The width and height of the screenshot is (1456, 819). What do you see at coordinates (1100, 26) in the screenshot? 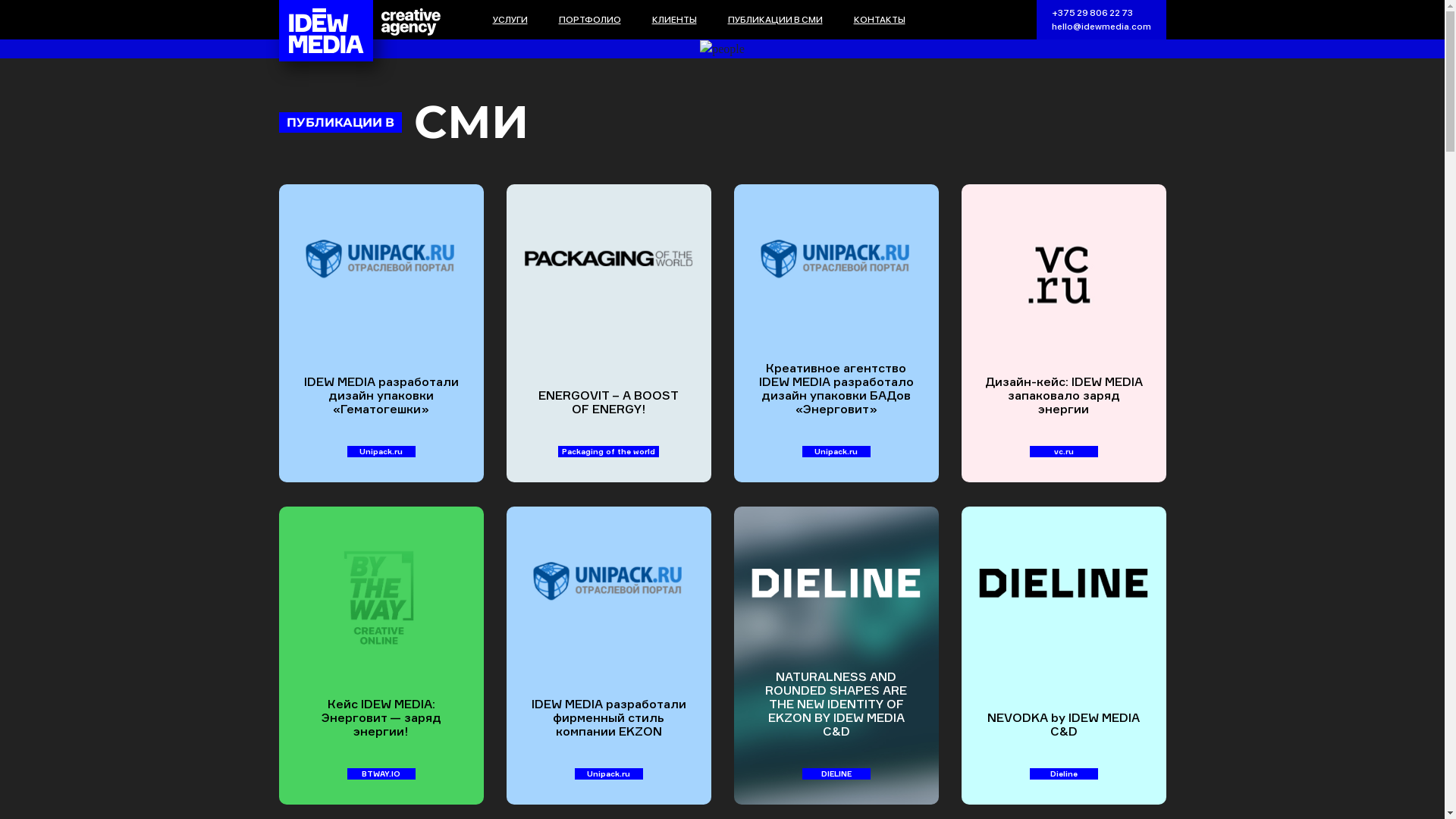
I see `'hello@idewmedia.com'` at bounding box center [1100, 26].